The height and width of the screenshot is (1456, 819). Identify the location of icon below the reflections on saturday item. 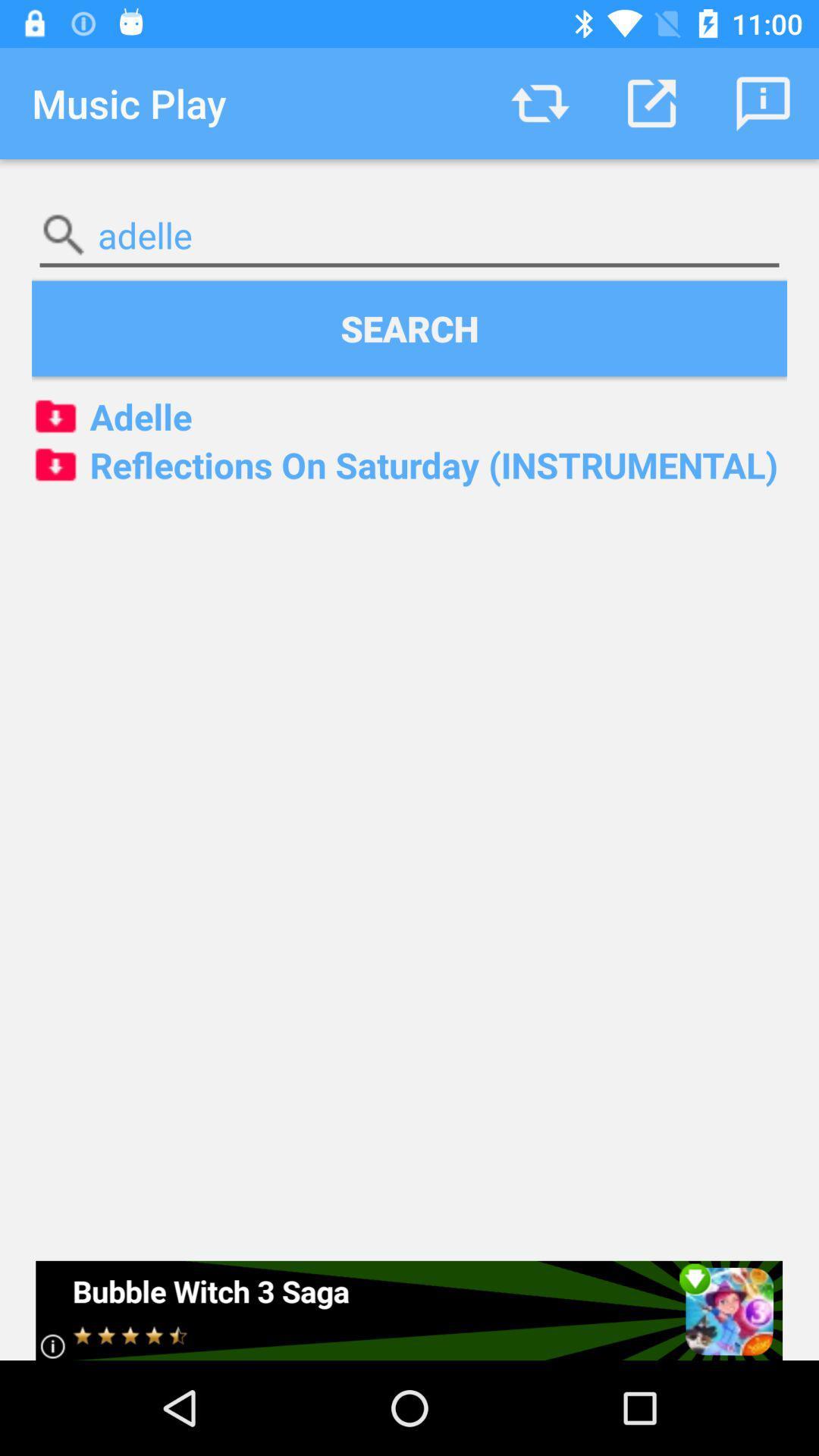
(408, 1310).